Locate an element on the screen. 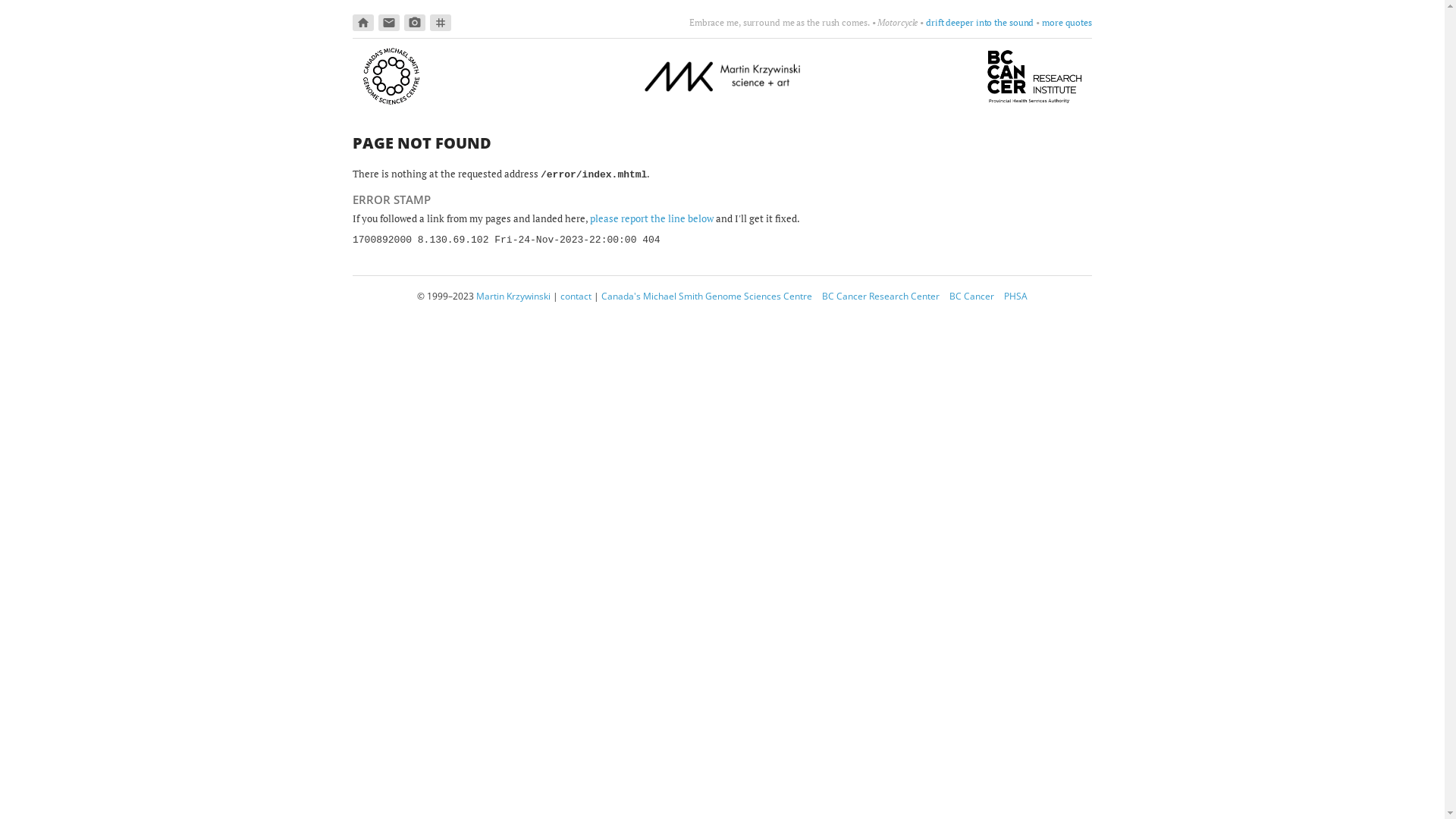 The image size is (1456, 819). 'more quotes' is located at coordinates (1065, 22).